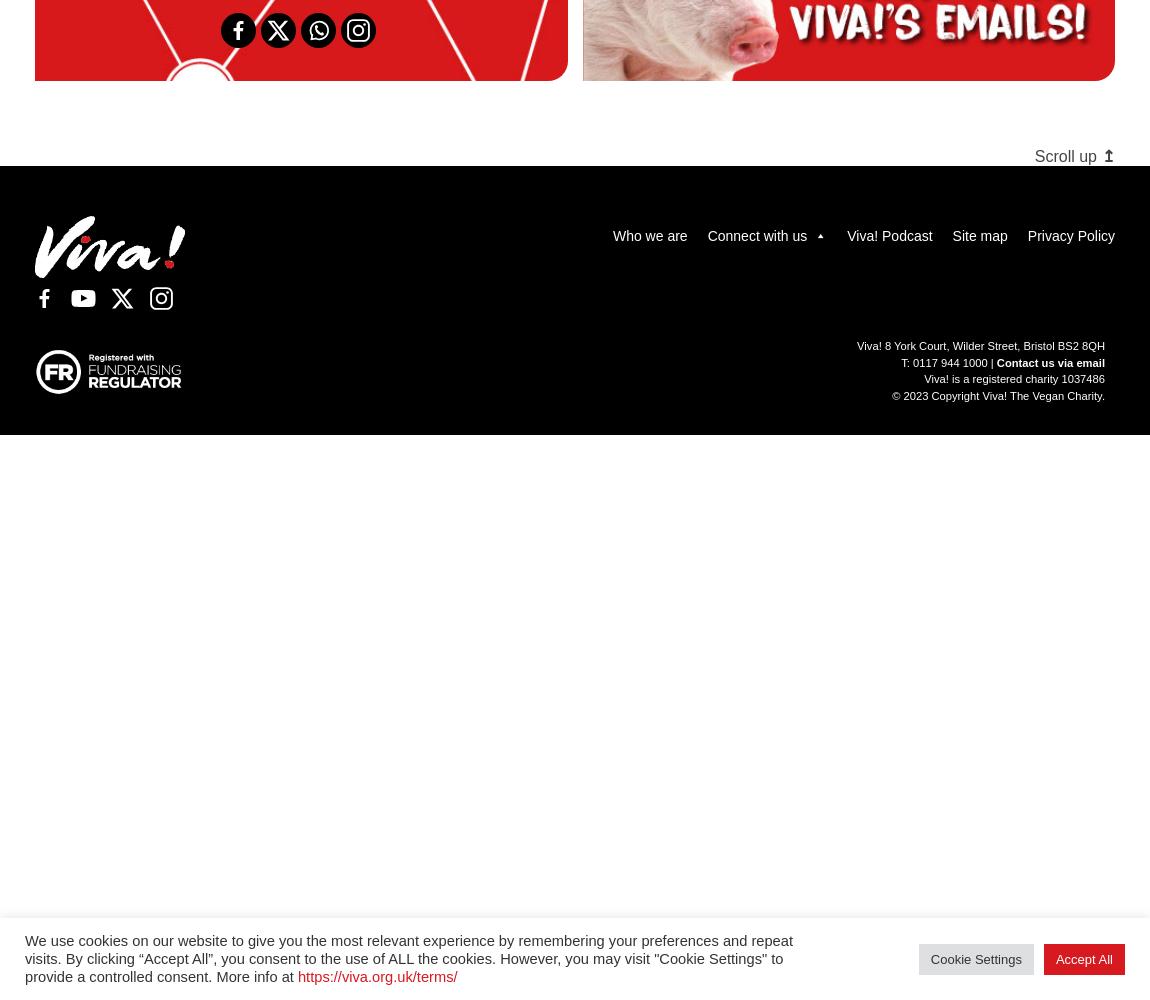 The width and height of the screenshot is (1150, 1000). Describe the element at coordinates (975, 957) in the screenshot. I see `'Cookie Settings'` at that location.